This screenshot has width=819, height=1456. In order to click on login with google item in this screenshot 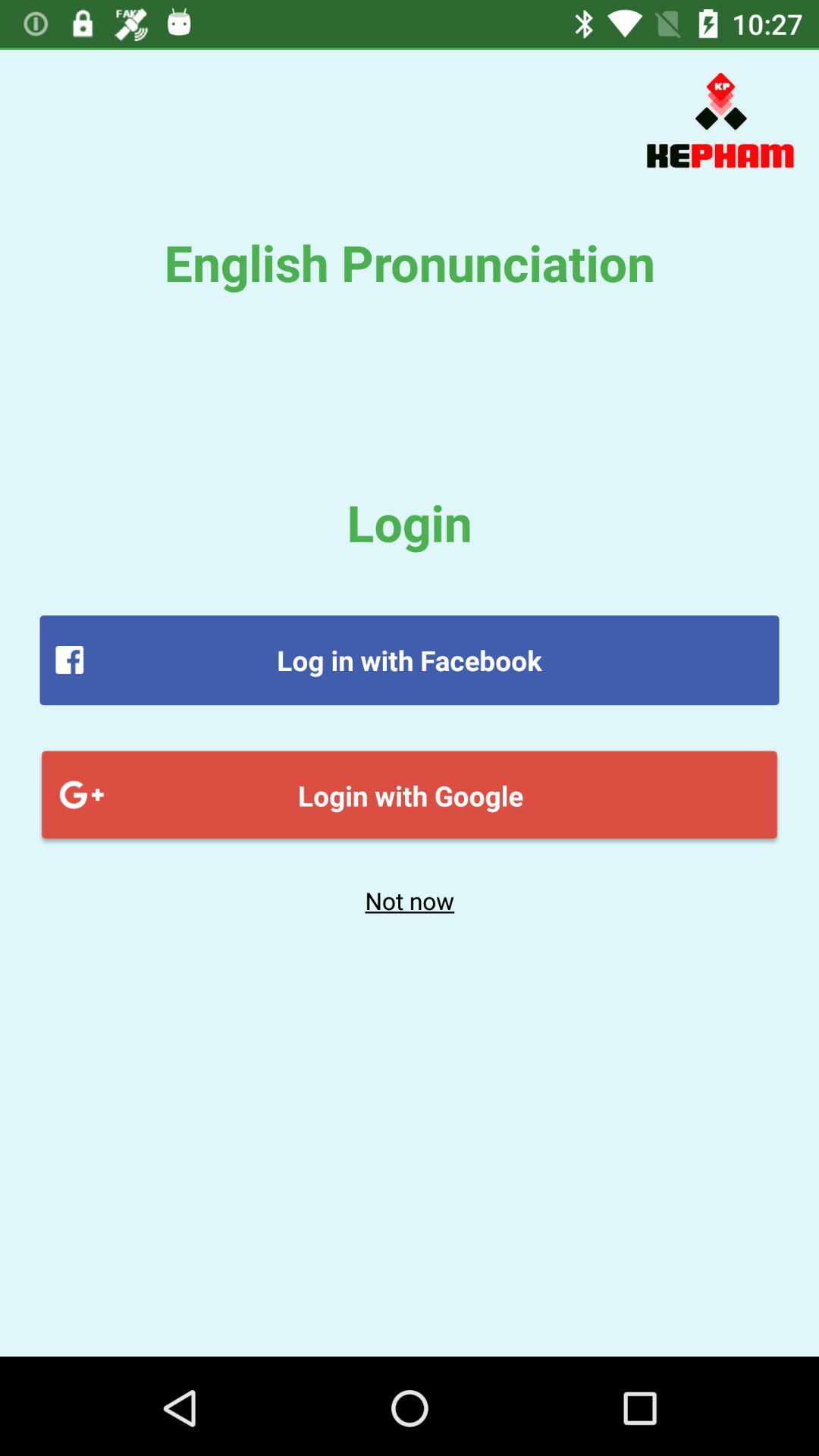, I will do `click(409, 794)`.